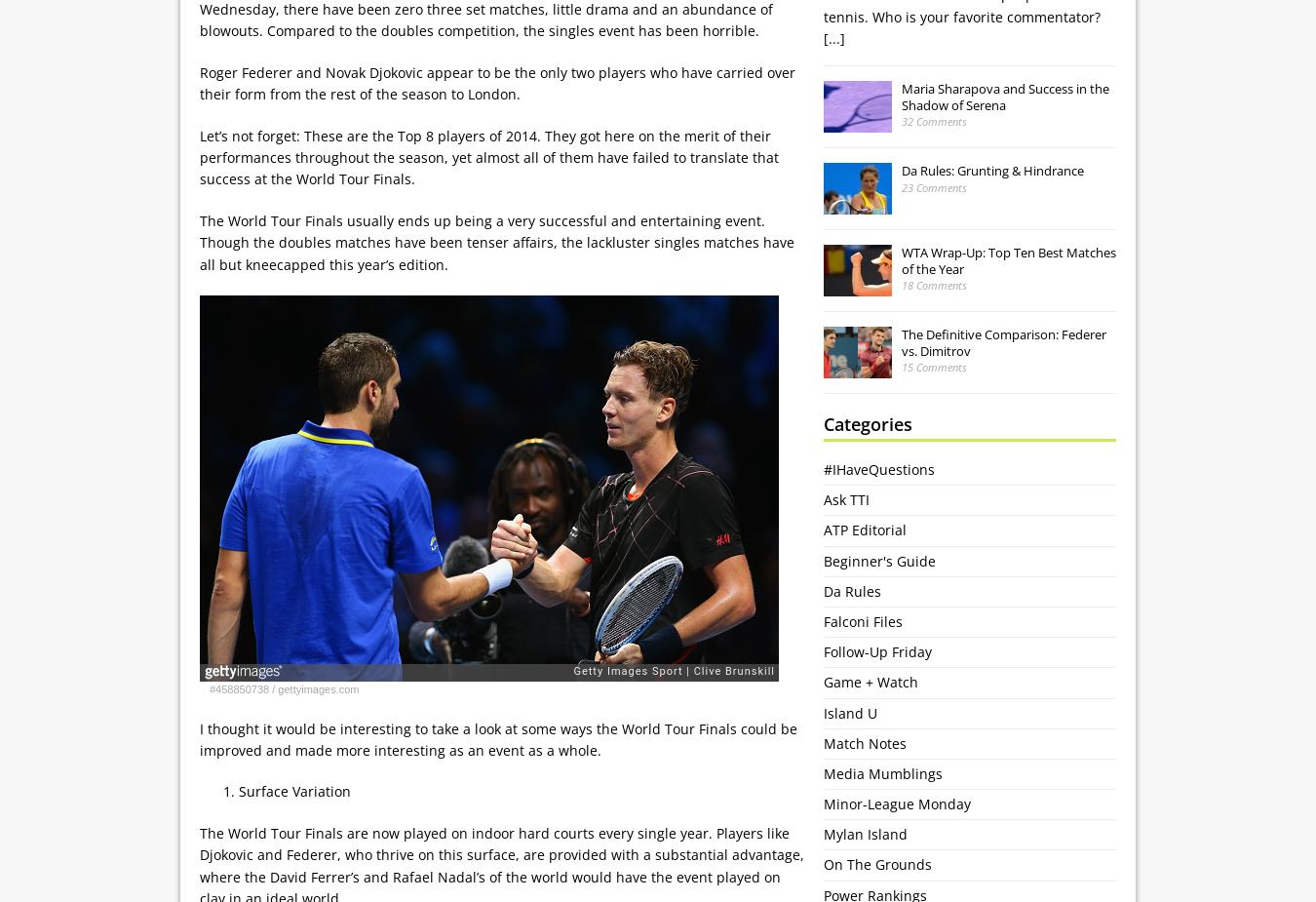  What do you see at coordinates (496, 82) in the screenshot?
I see `'Roger Federer and Novak Djokovic appear to be the only two players who have carried over their form from the rest of the season to London.'` at bounding box center [496, 82].